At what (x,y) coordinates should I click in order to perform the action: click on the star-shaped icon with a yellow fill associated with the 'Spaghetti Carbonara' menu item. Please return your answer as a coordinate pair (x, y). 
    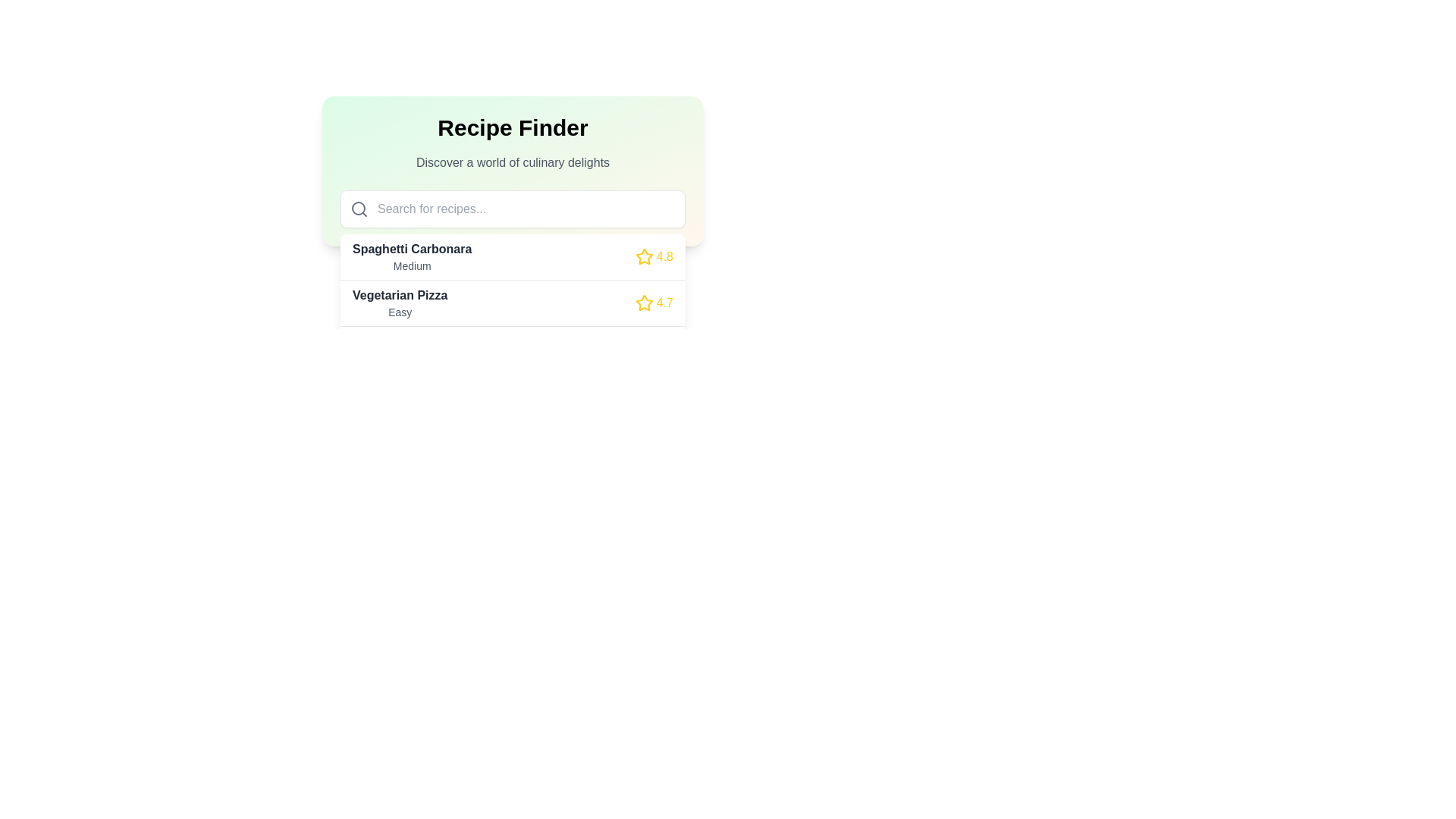
    Looking at the image, I should click on (644, 256).